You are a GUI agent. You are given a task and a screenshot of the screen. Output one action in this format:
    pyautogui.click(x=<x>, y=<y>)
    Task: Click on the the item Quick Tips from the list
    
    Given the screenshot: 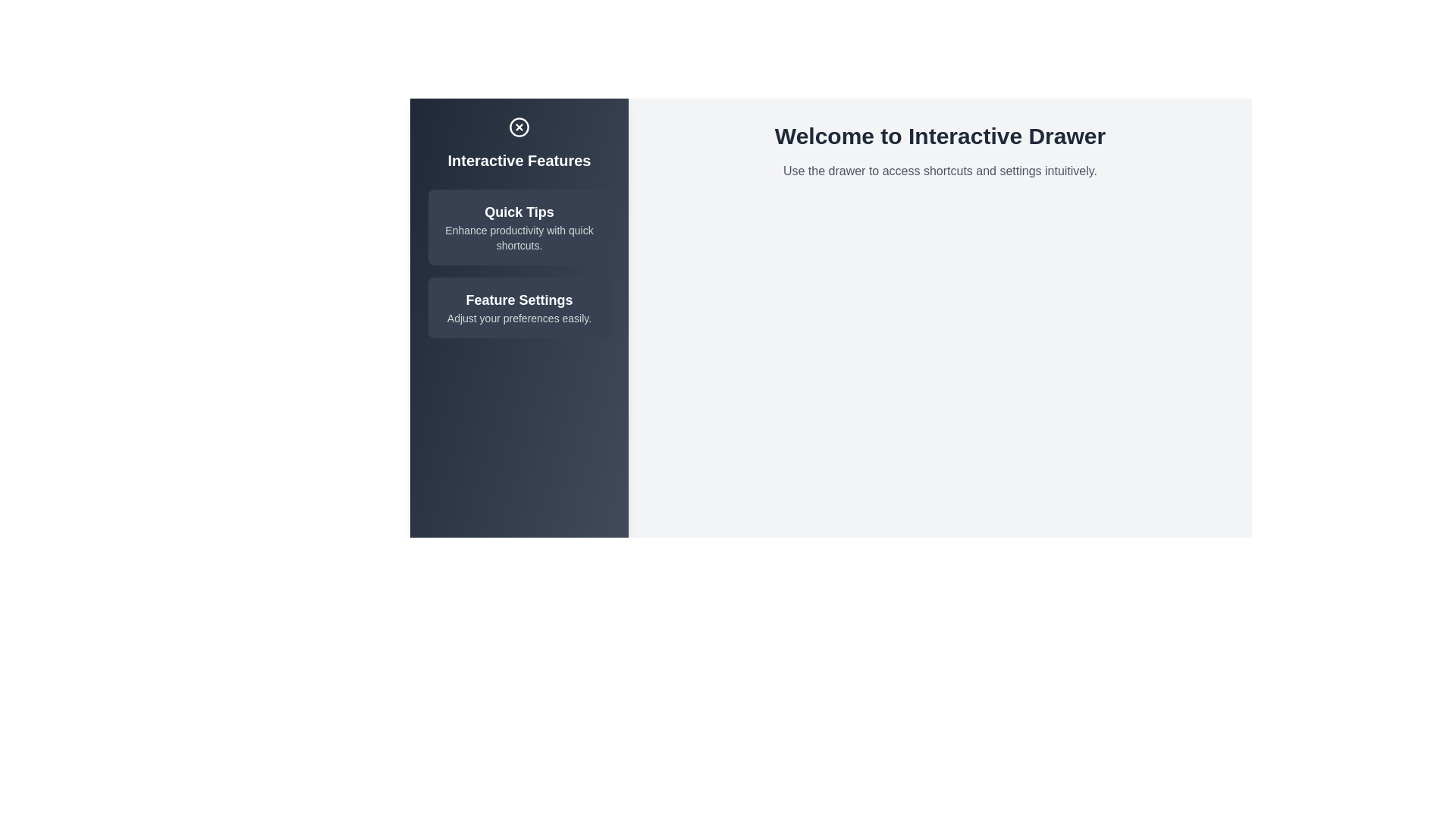 What is the action you would take?
    pyautogui.click(x=519, y=227)
    